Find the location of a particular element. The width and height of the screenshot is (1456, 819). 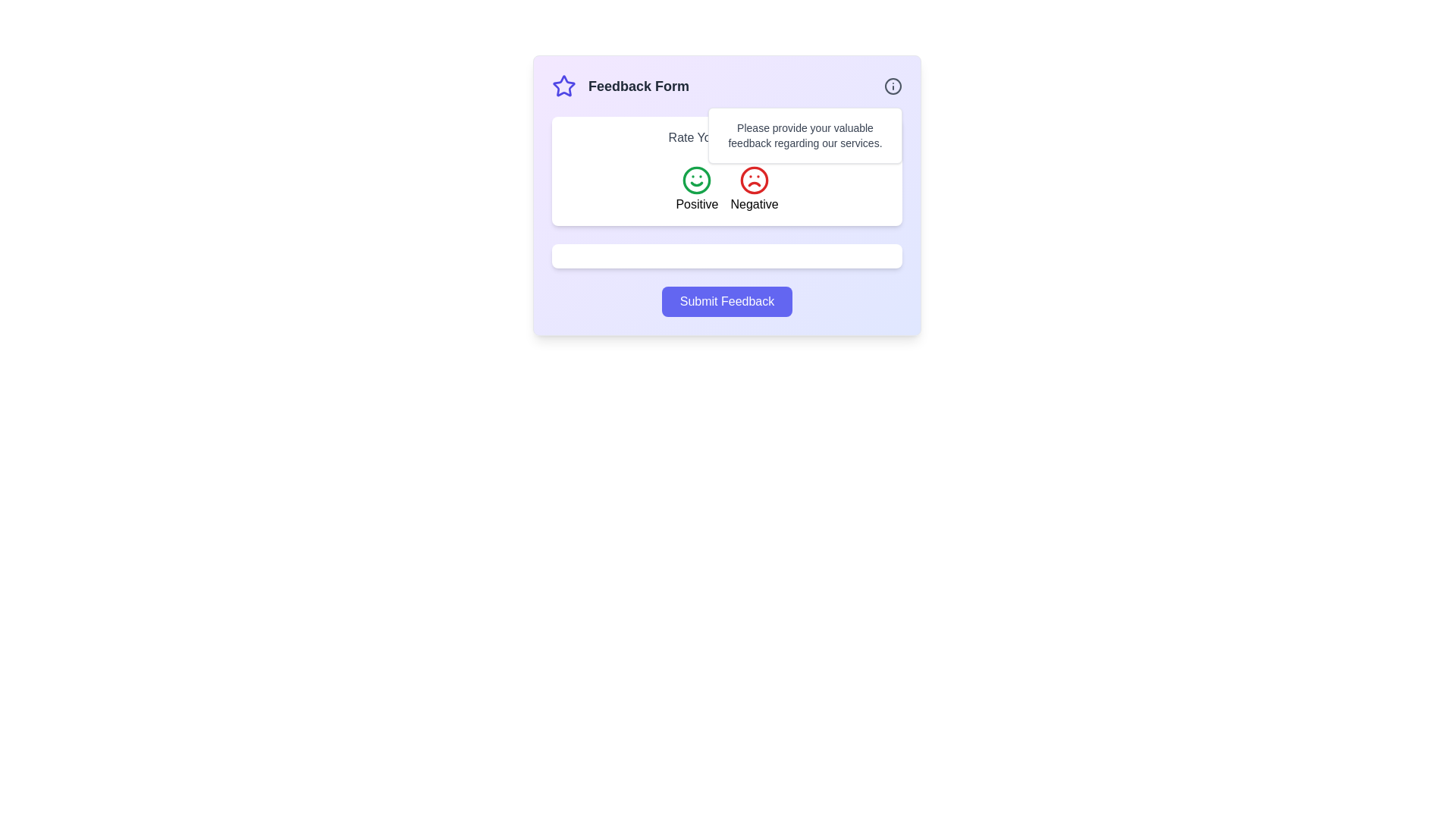

the 'Feedback Form' text label, which is styled in bold and located at the top-left corner of the feedback dialog box alongside a star icon is located at coordinates (620, 86).